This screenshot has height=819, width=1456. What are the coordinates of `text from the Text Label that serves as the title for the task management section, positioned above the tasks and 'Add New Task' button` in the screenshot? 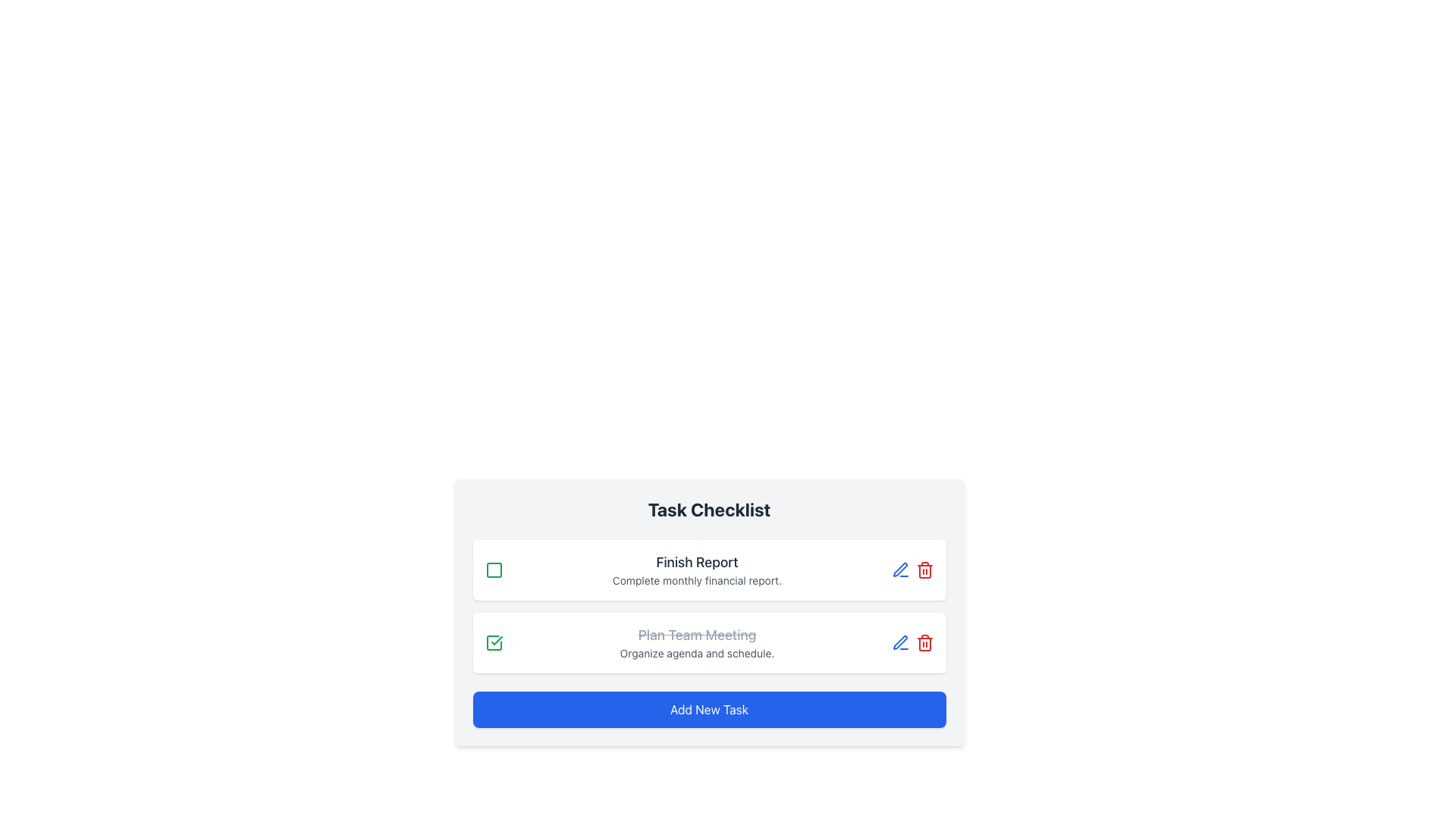 It's located at (708, 509).